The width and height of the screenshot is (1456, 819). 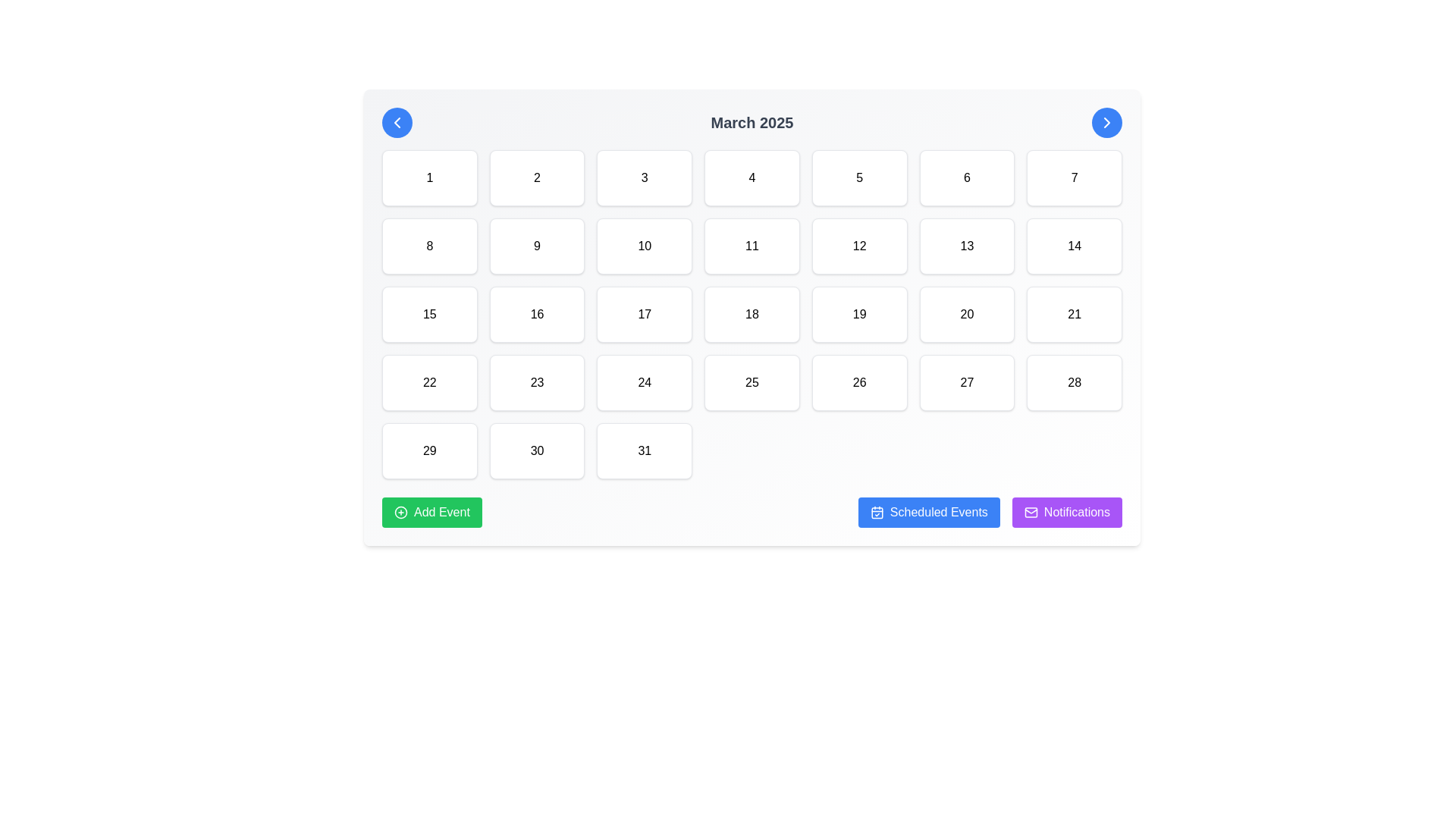 What do you see at coordinates (428, 382) in the screenshot?
I see `on the calendar day card displaying the number '22', which is located in the first column of the fourth row in a grid layout` at bounding box center [428, 382].